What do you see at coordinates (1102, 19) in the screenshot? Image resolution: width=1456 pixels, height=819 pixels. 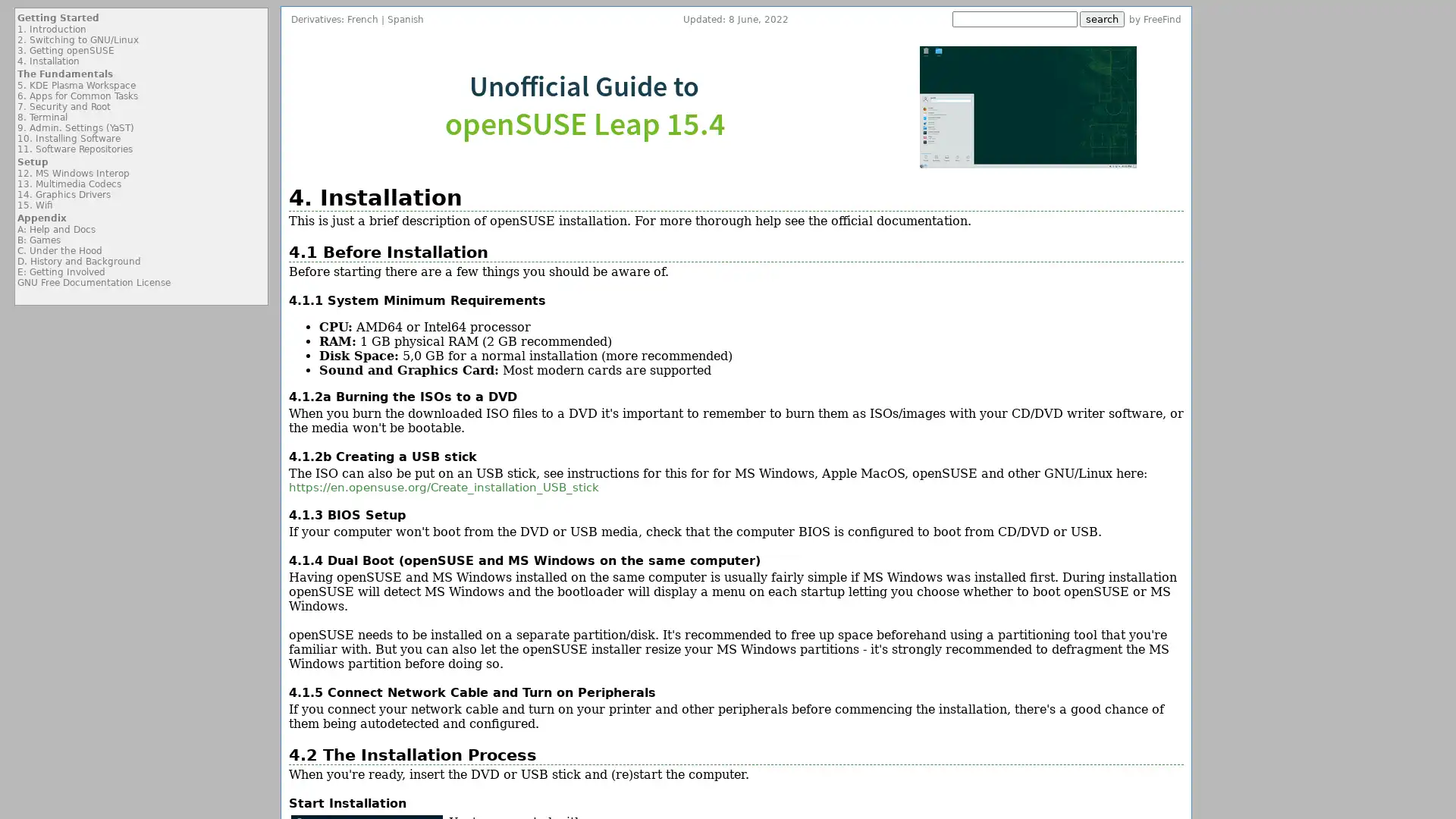 I see `search` at bounding box center [1102, 19].